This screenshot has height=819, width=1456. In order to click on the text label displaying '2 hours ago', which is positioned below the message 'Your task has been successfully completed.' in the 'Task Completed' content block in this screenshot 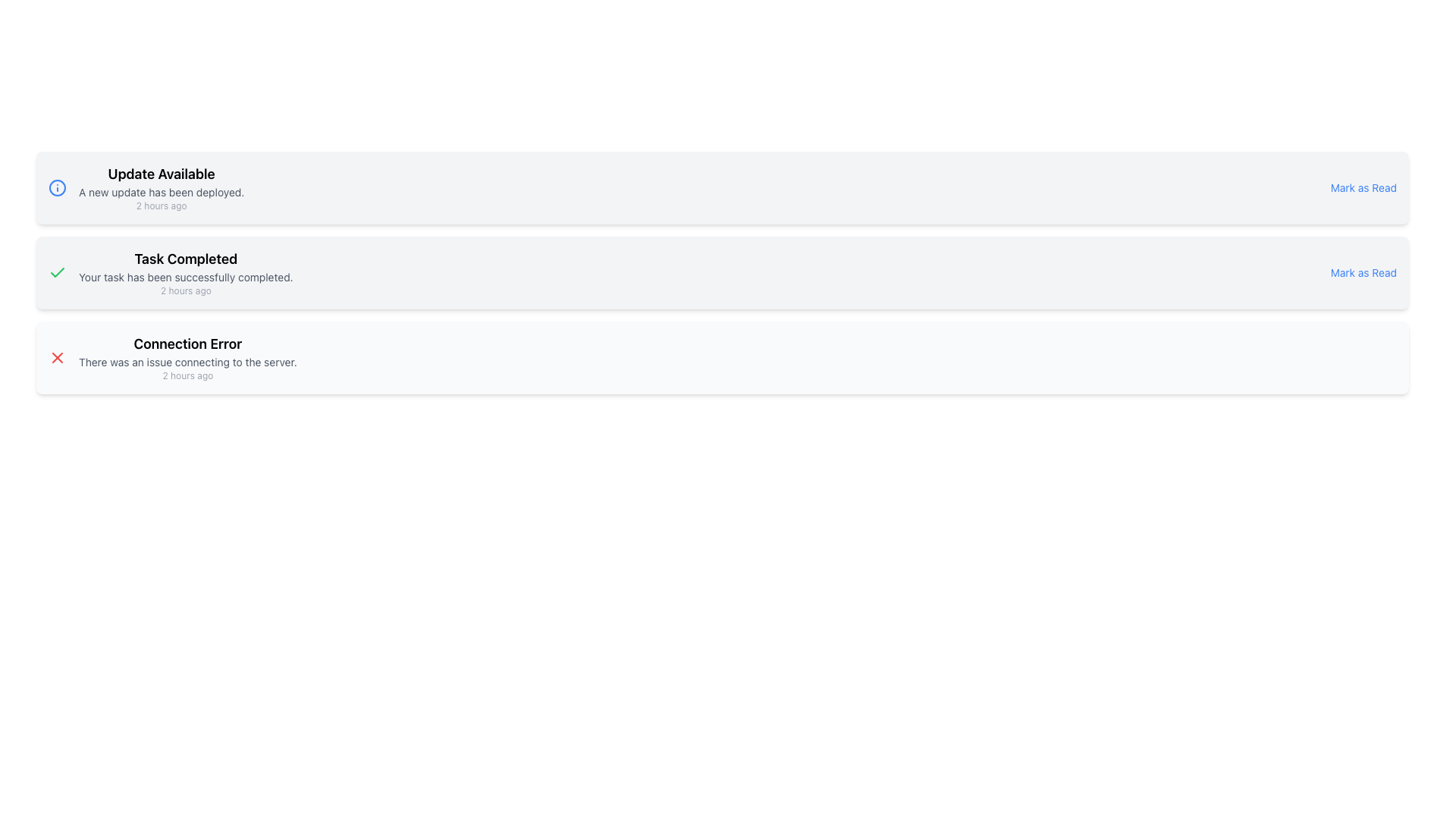, I will do `click(185, 291)`.